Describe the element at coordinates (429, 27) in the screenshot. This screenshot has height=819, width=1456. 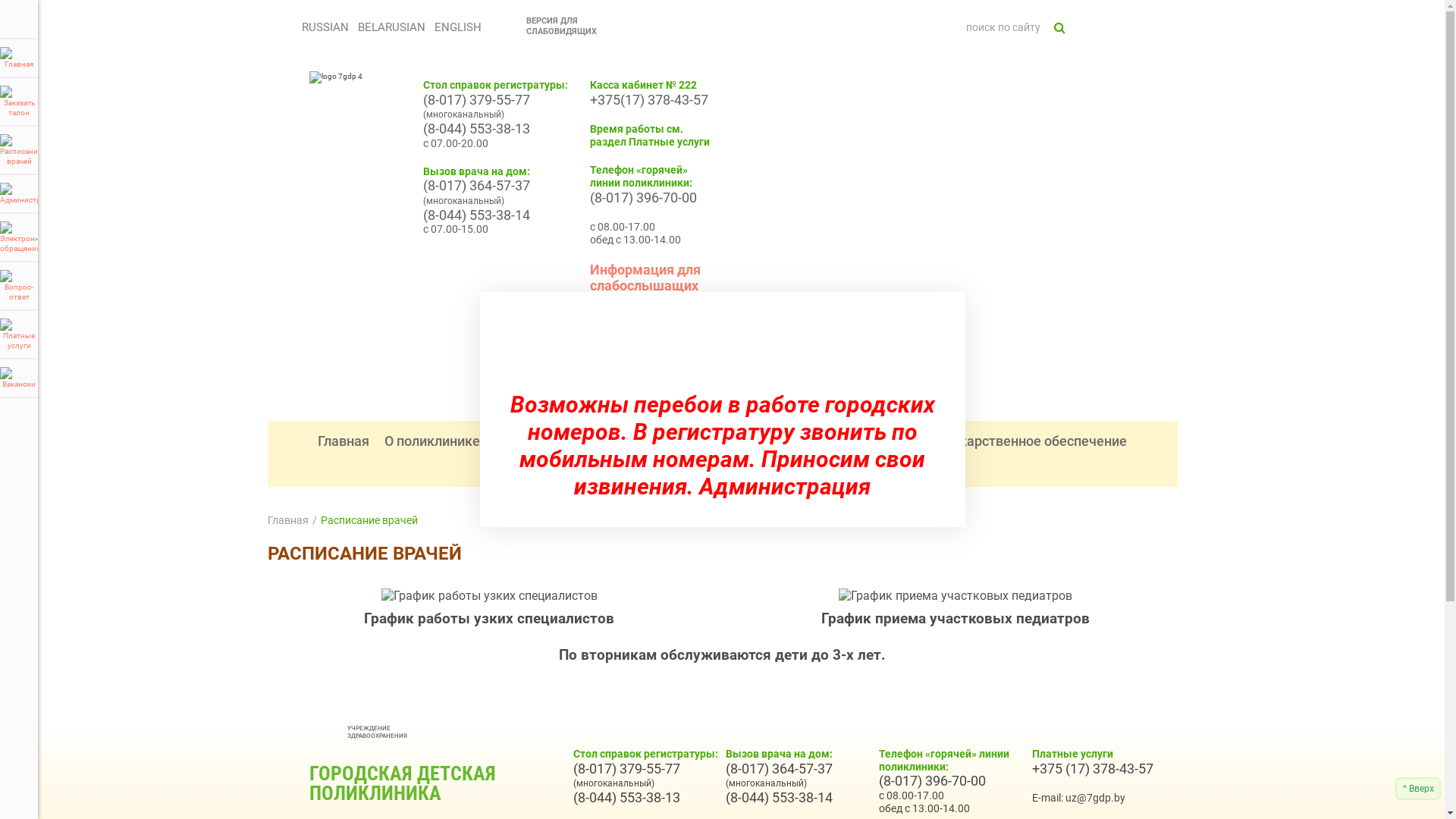
I see `'ENGLISH'` at that location.